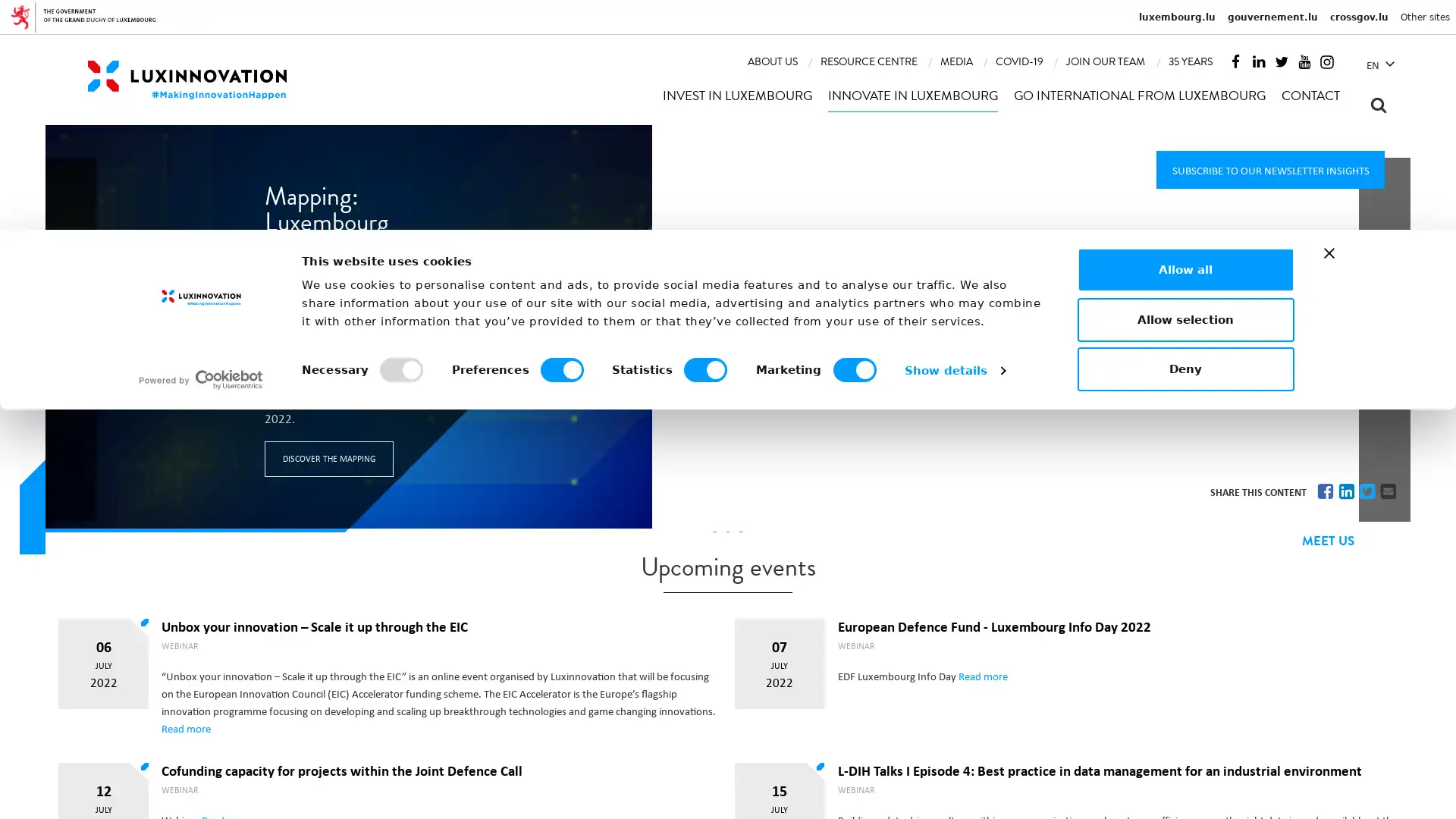 The image size is (1456, 819). Describe the element at coordinates (1384, 248) in the screenshot. I see `Next` at that location.